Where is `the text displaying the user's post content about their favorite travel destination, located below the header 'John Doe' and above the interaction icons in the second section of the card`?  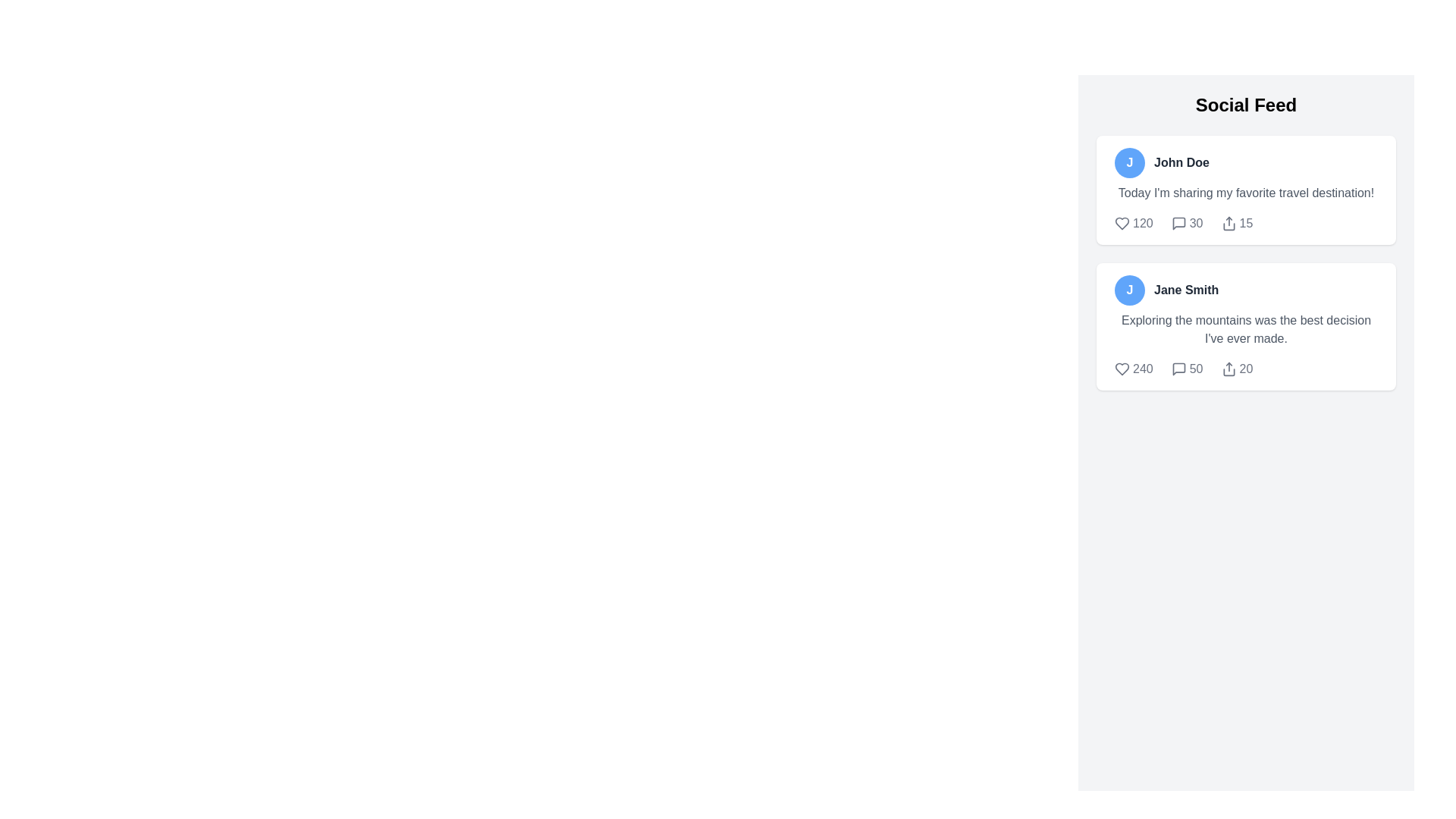
the text displaying the user's post content about their favorite travel destination, located below the header 'John Doe' and above the interaction icons in the second section of the card is located at coordinates (1246, 192).